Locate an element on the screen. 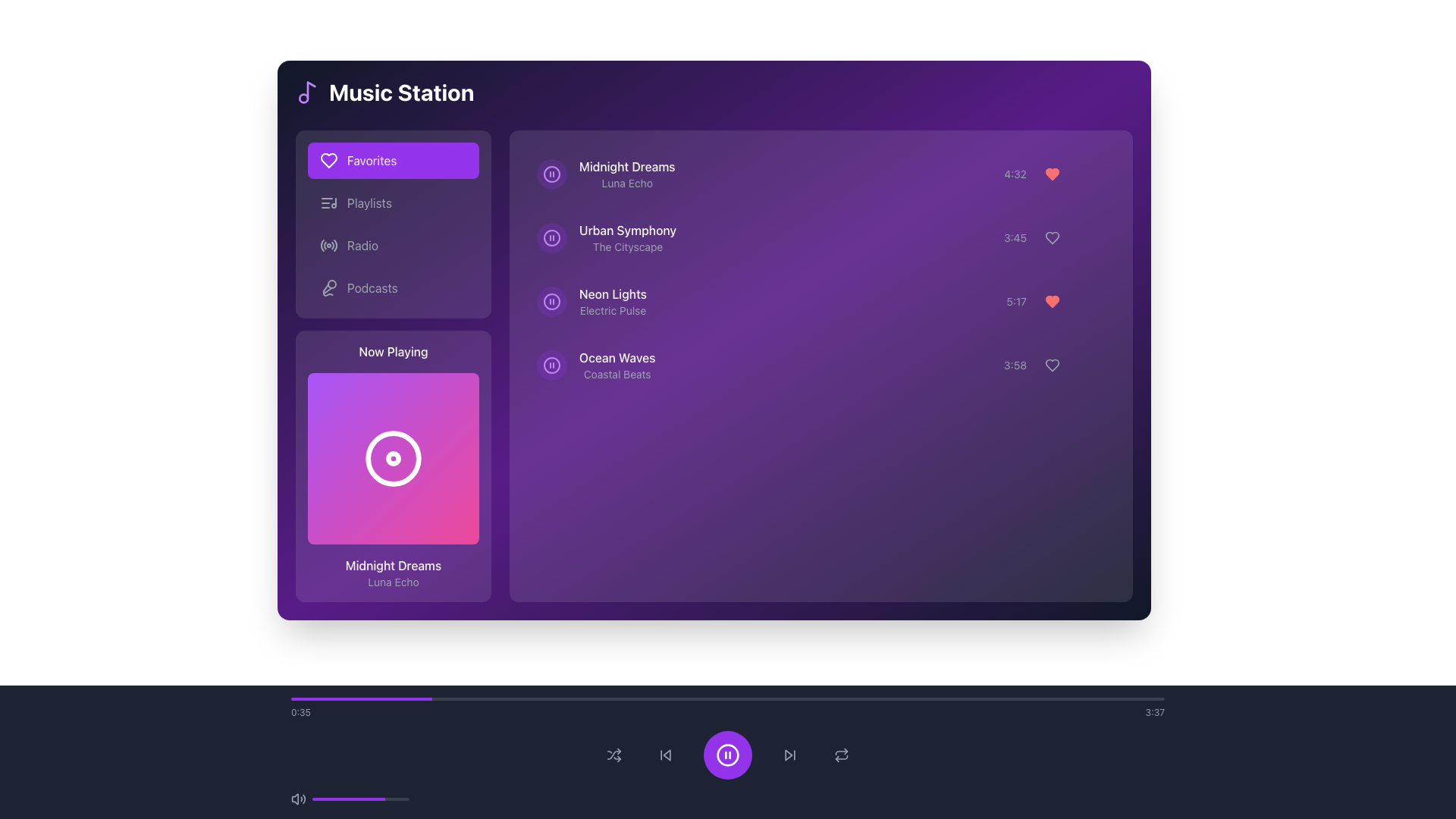 The image size is (1456, 819). the progress is located at coordinates (397, 798).